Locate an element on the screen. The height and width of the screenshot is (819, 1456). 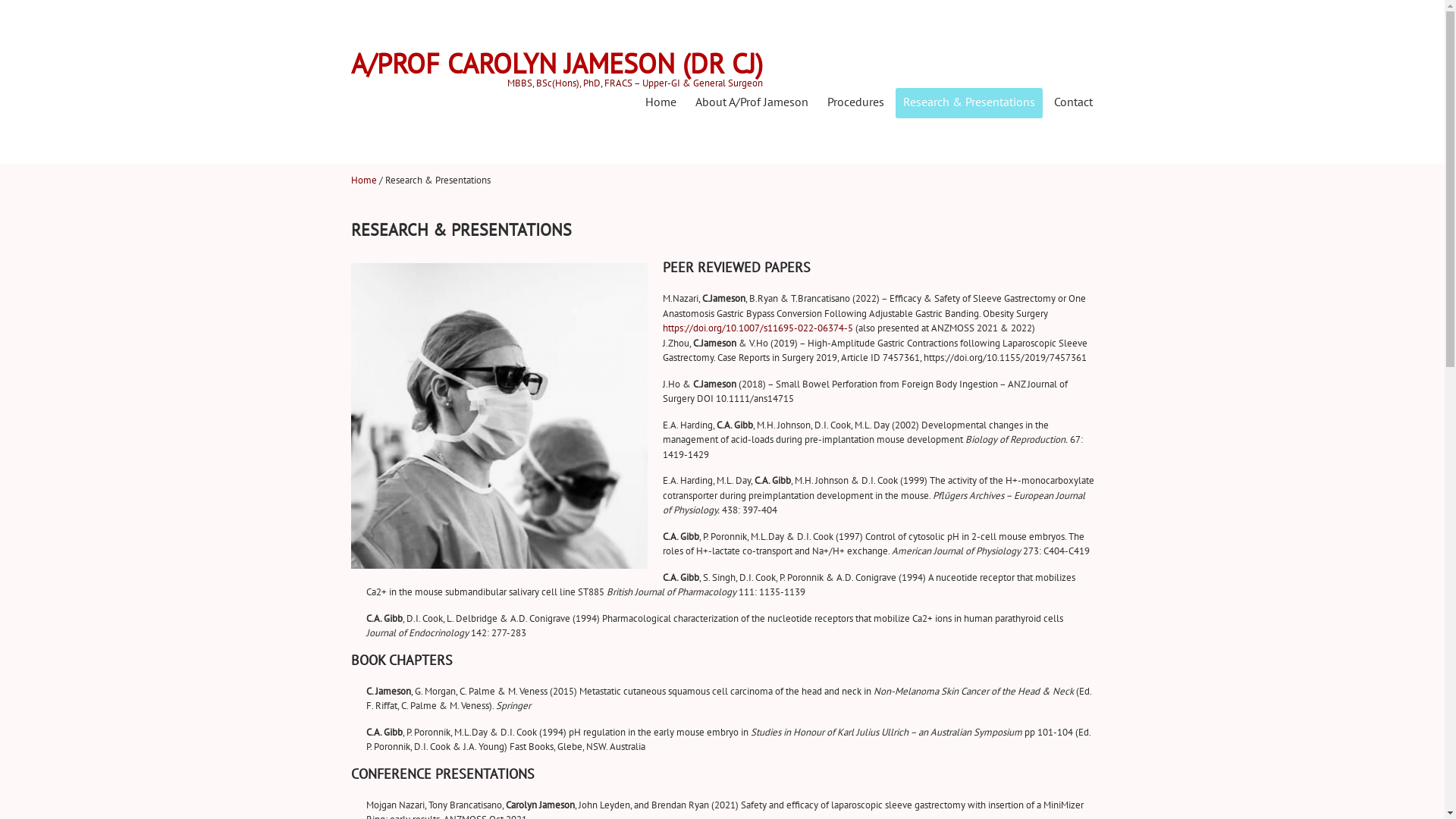
'Contact' is located at coordinates (1072, 102).